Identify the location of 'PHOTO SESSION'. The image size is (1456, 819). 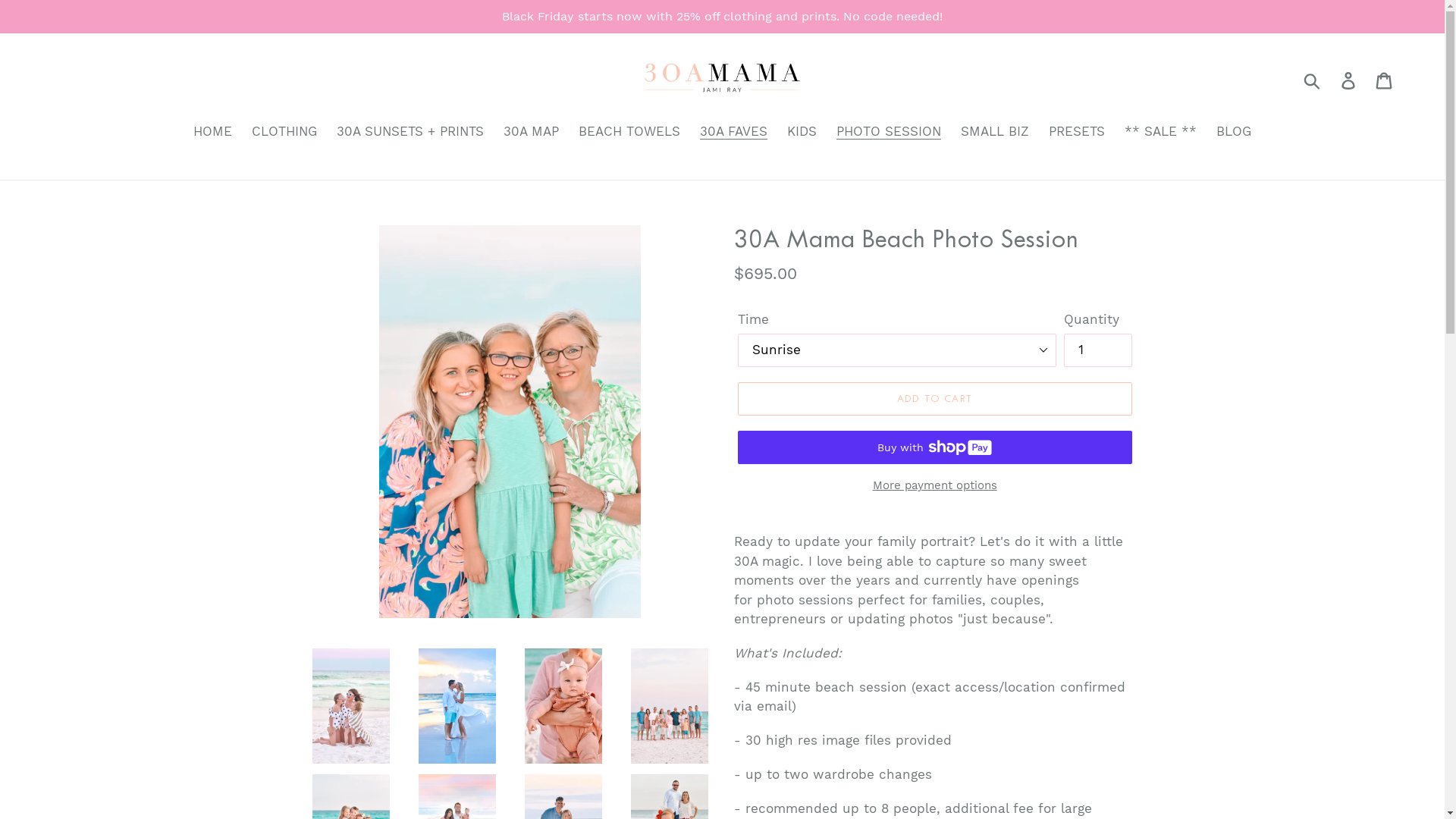
(888, 132).